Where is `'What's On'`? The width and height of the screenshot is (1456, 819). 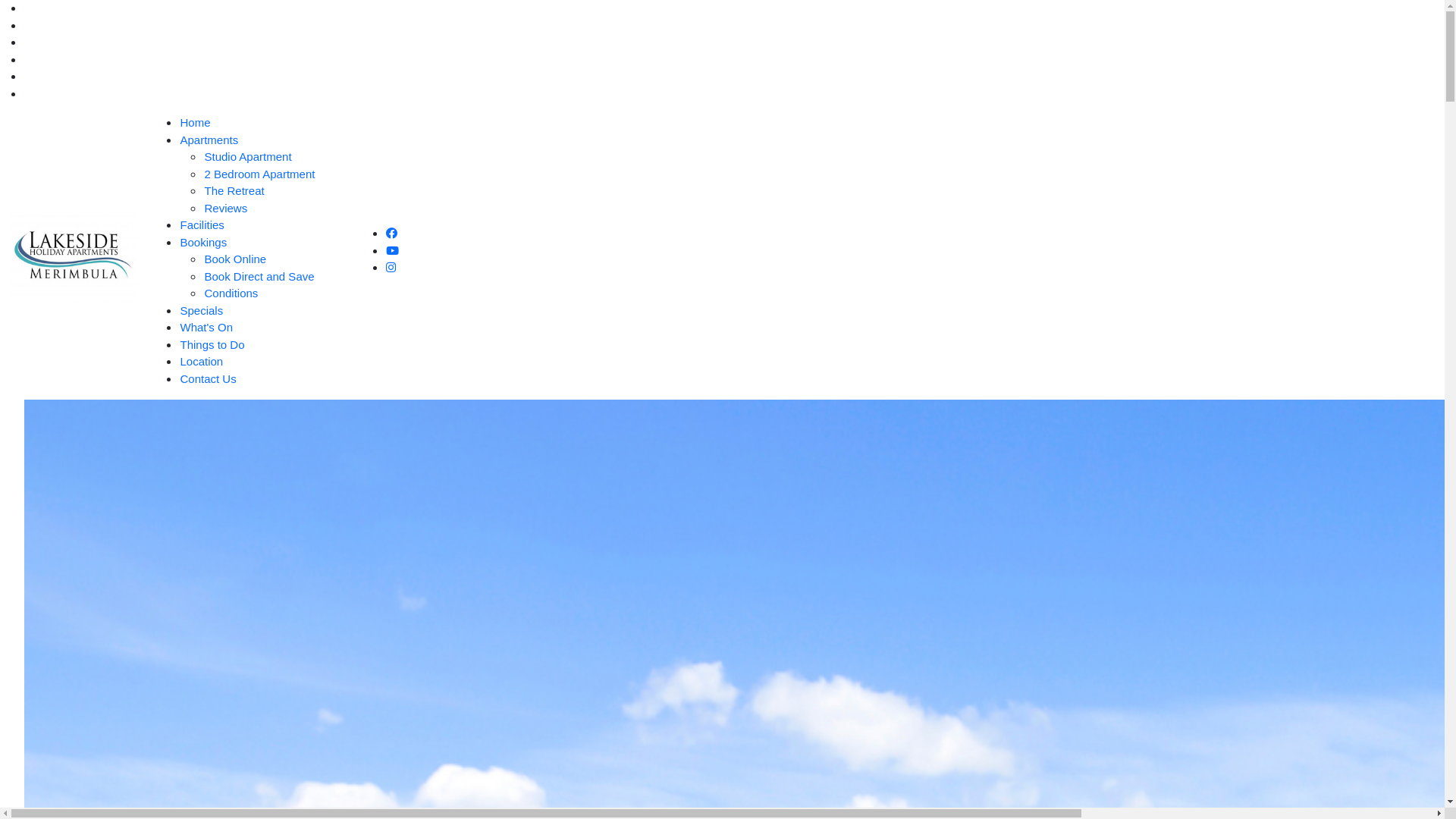 'What's On' is located at coordinates (206, 326).